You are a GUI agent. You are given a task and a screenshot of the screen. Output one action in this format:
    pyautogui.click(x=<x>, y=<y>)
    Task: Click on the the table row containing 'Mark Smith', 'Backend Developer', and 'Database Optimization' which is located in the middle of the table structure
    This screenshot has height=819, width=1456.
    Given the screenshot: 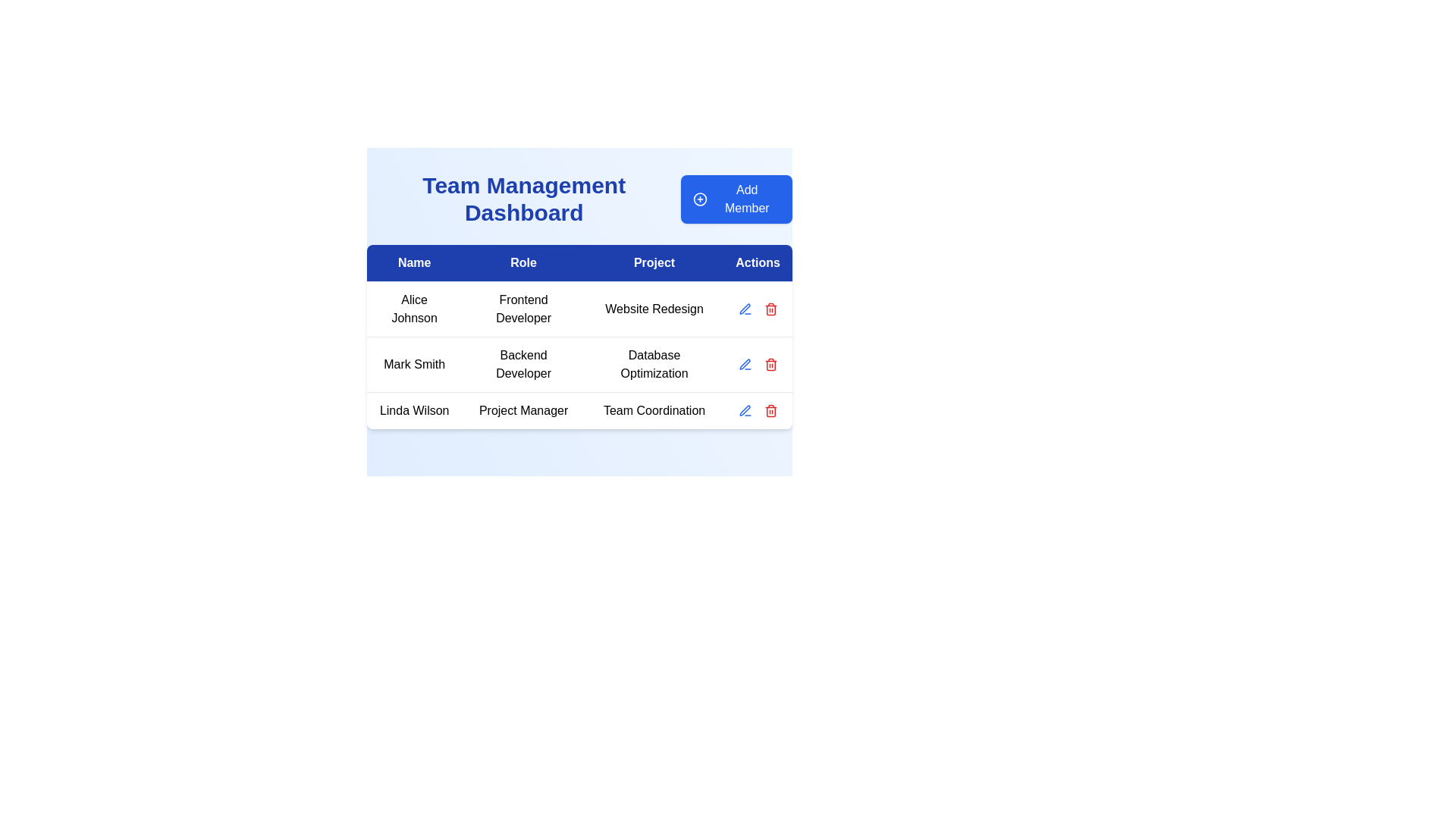 What is the action you would take?
    pyautogui.click(x=579, y=355)
    